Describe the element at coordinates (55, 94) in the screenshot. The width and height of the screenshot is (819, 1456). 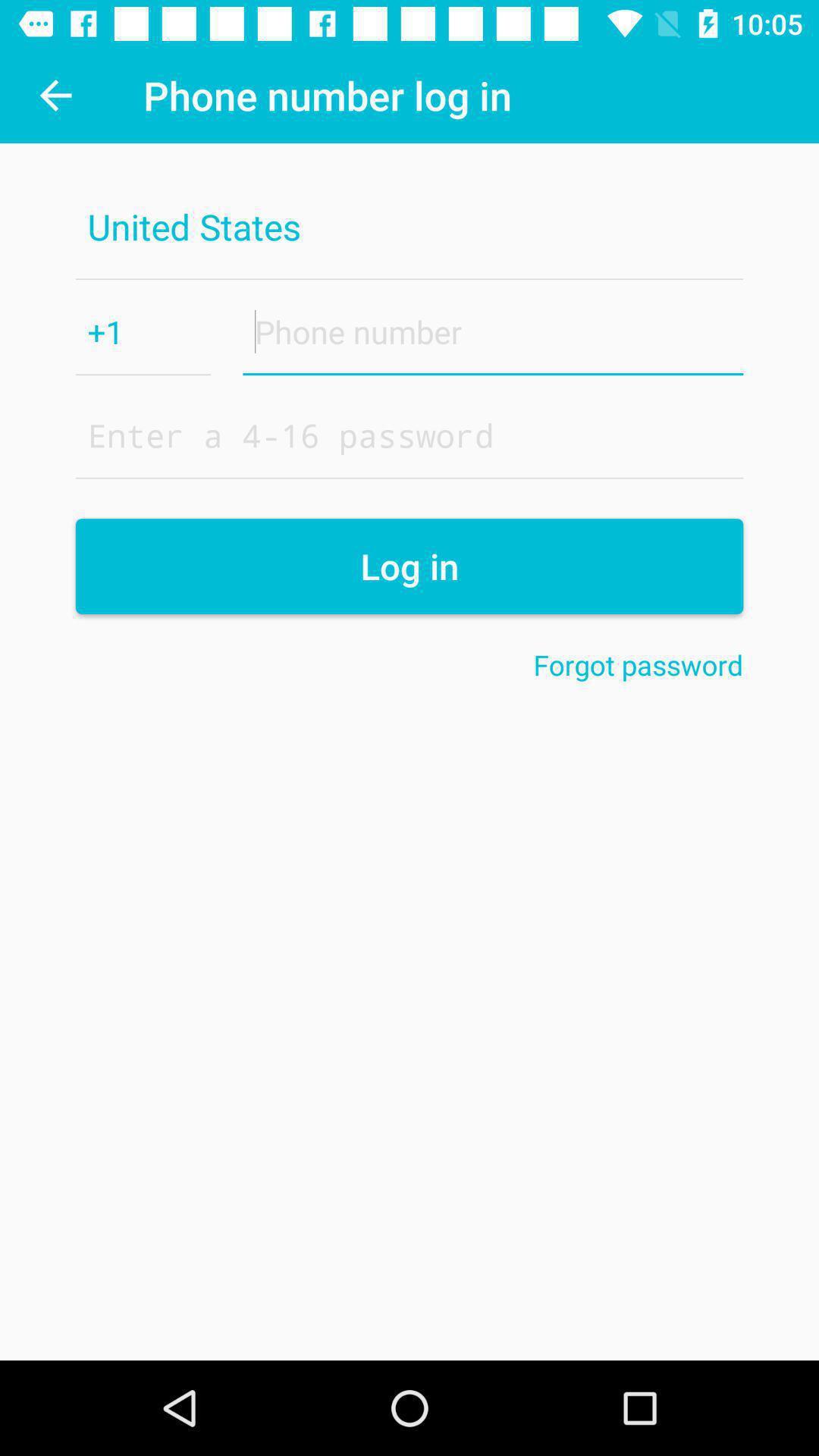
I see `the icon above the united states` at that location.